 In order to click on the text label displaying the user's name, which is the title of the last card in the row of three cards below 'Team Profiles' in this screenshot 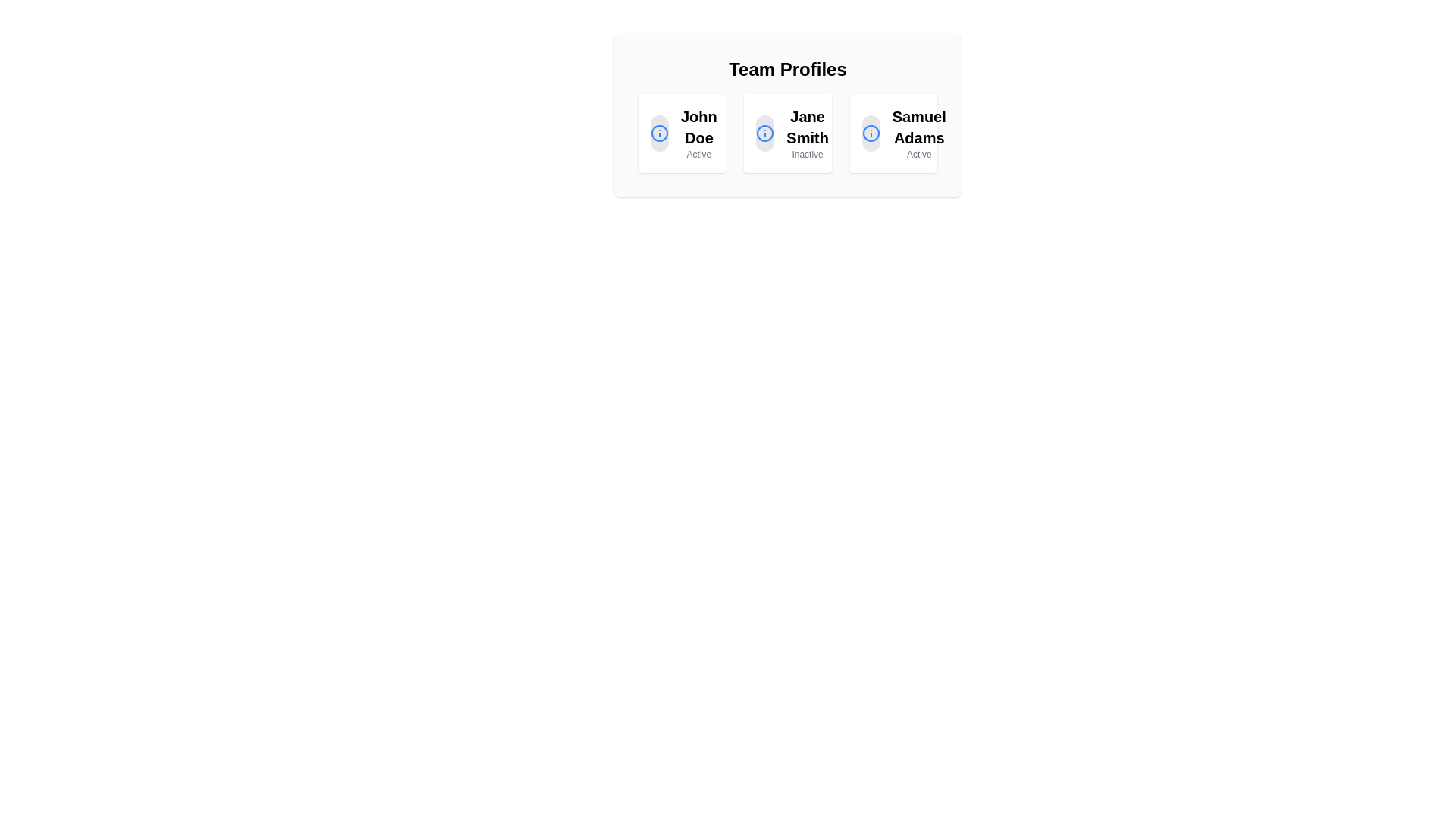, I will do `click(918, 127)`.